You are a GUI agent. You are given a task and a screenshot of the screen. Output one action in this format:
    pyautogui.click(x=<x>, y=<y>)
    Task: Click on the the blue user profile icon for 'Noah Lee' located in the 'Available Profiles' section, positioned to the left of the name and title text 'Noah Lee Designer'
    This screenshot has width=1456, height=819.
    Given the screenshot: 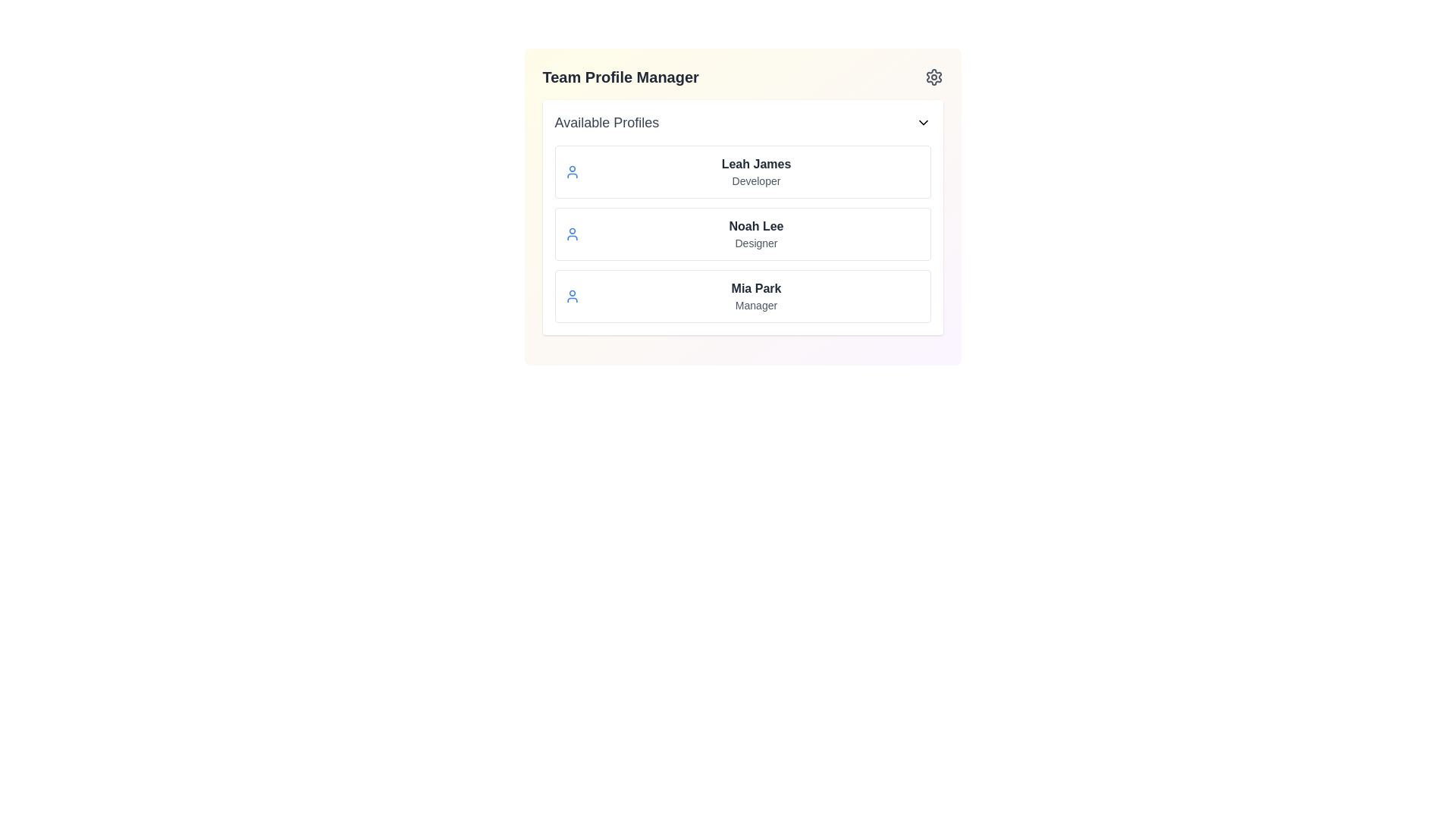 What is the action you would take?
    pyautogui.click(x=571, y=234)
    